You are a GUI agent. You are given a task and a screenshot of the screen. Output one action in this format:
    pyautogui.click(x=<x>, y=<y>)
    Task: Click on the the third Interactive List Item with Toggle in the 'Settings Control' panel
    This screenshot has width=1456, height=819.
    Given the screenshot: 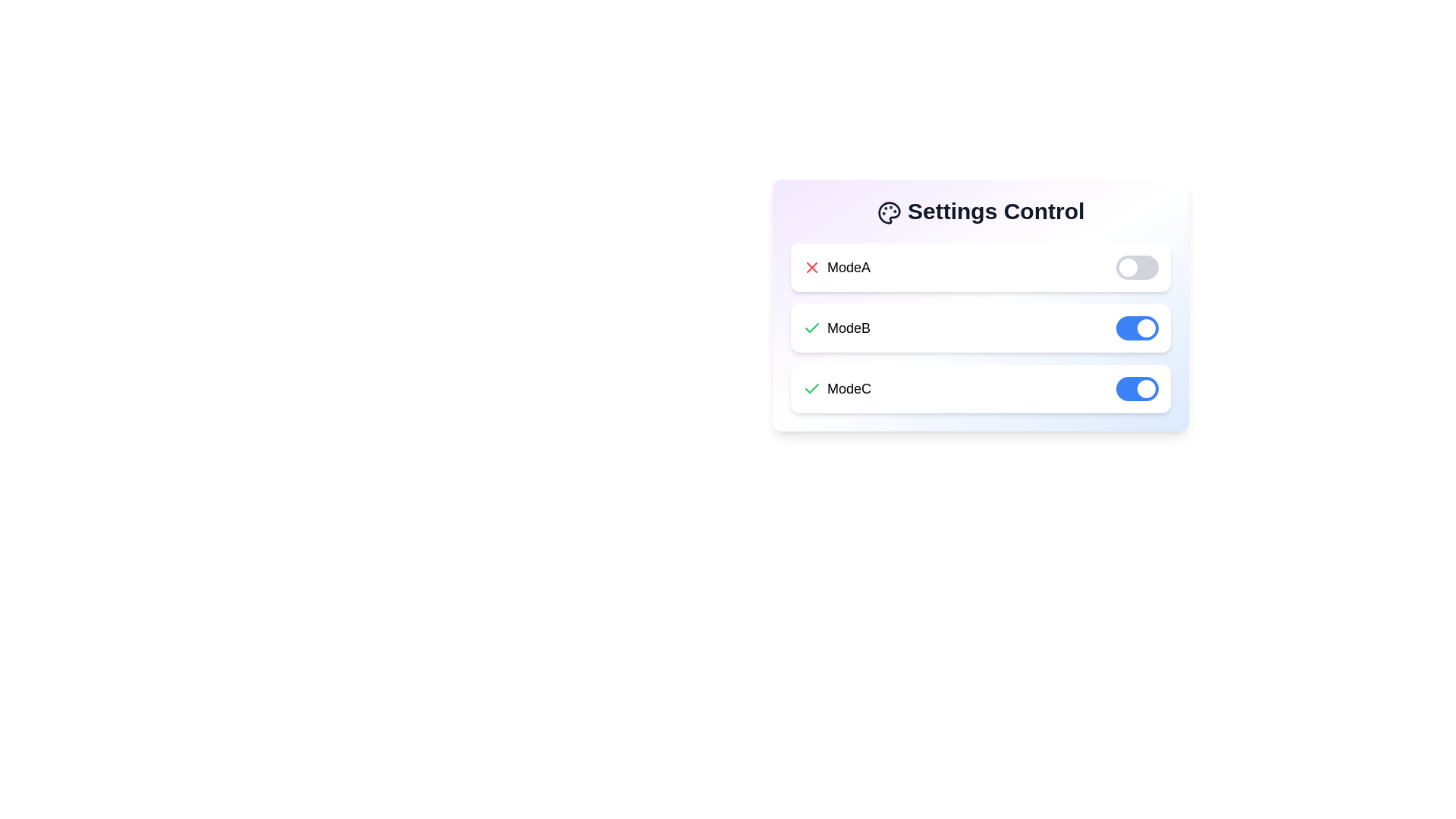 What is the action you would take?
    pyautogui.click(x=981, y=388)
    